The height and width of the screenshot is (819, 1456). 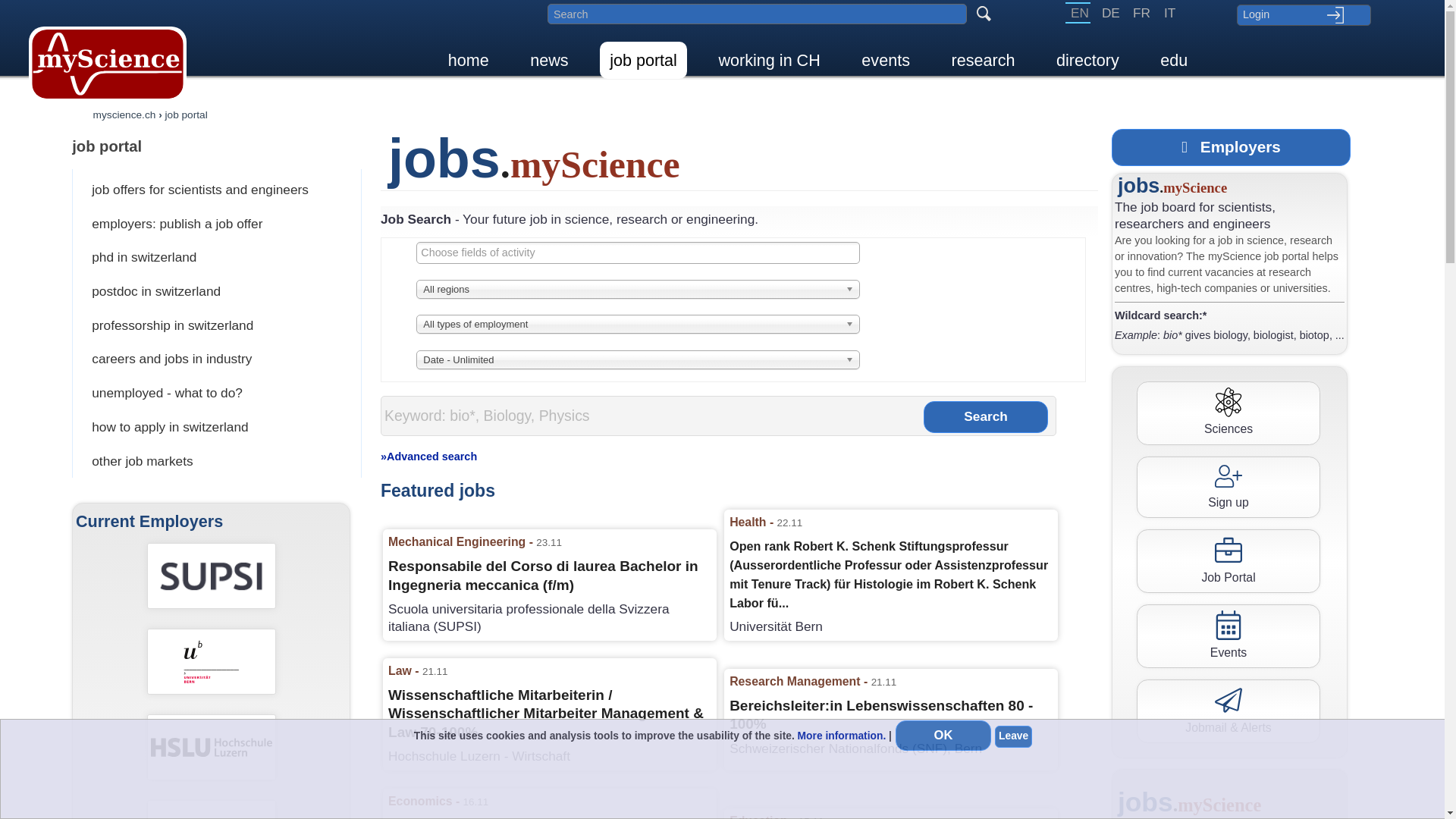 What do you see at coordinates (217, 325) in the screenshot?
I see `'professorship in switzerland'` at bounding box center [217, 325].